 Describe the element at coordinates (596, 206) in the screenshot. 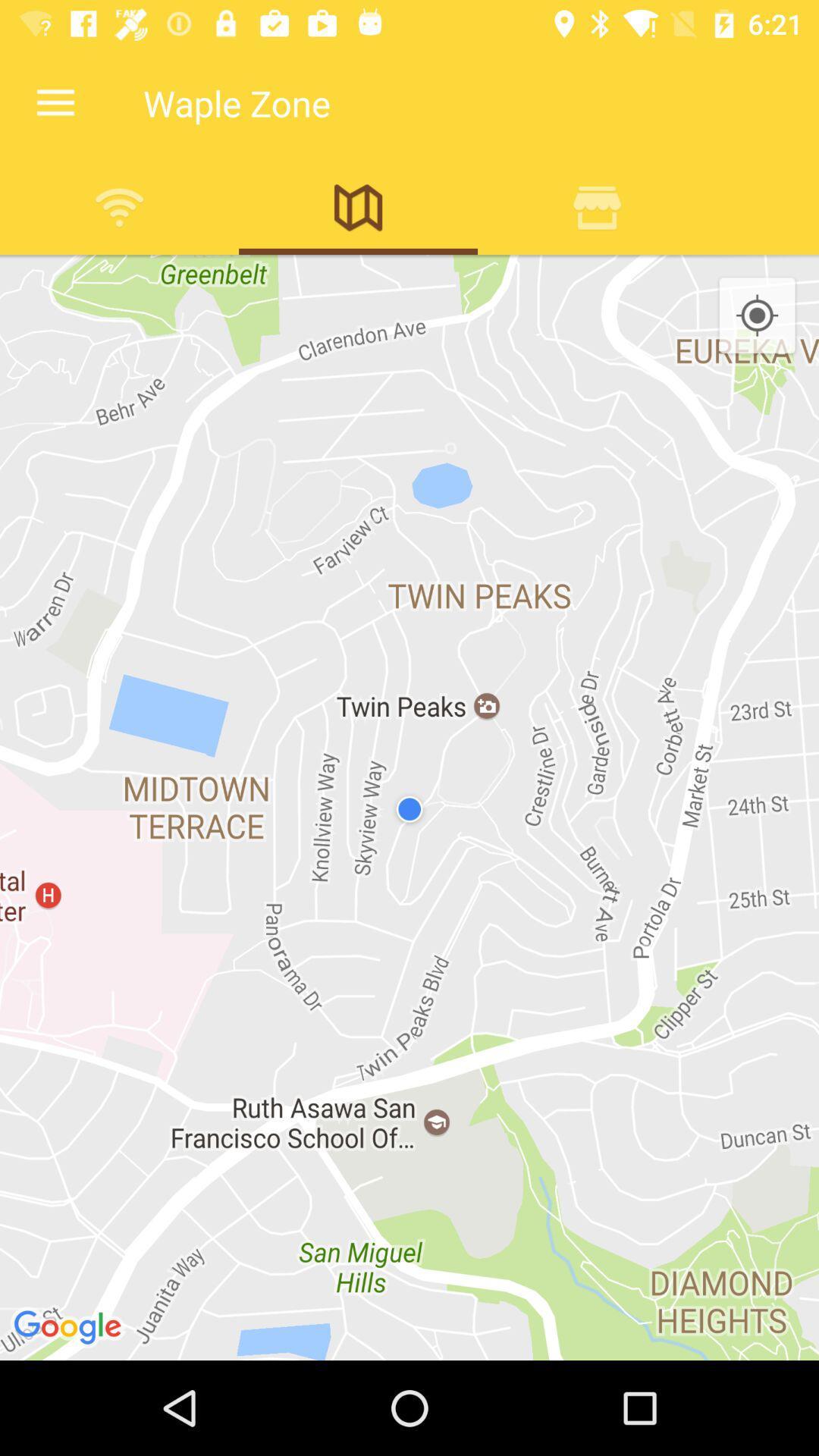

I see `store locations` at that location.